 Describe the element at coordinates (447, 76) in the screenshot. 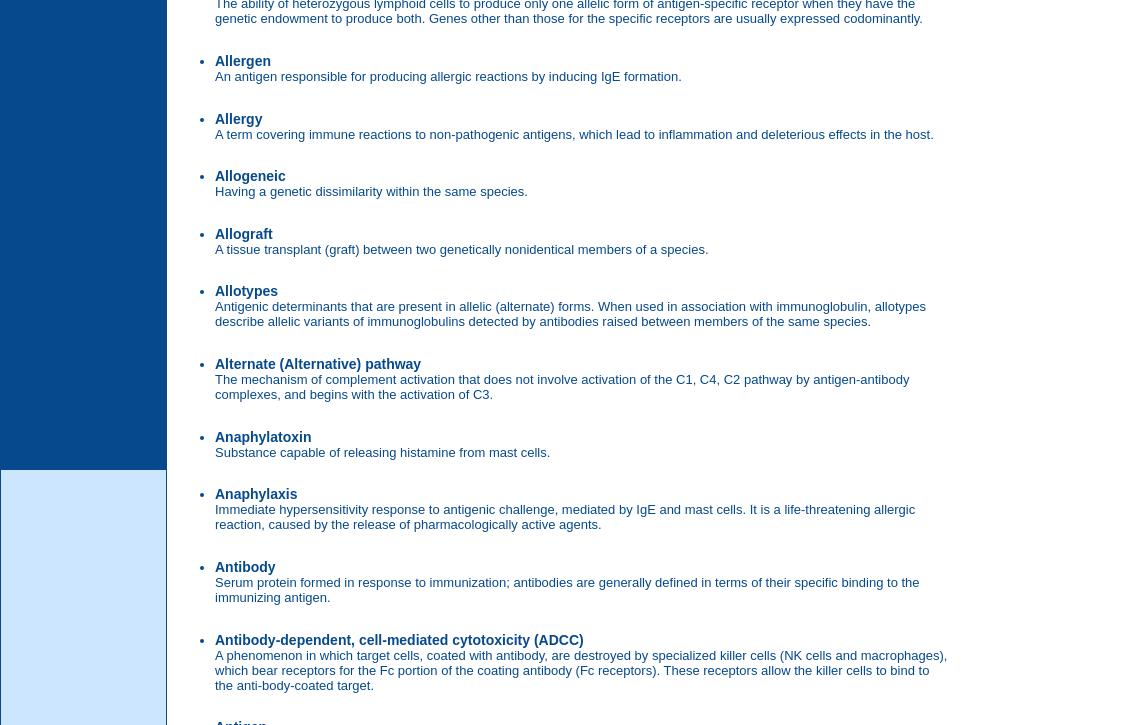

I see `'An antigen responsible for producing allergic reactions by inducing IgE formation.'` at that location.